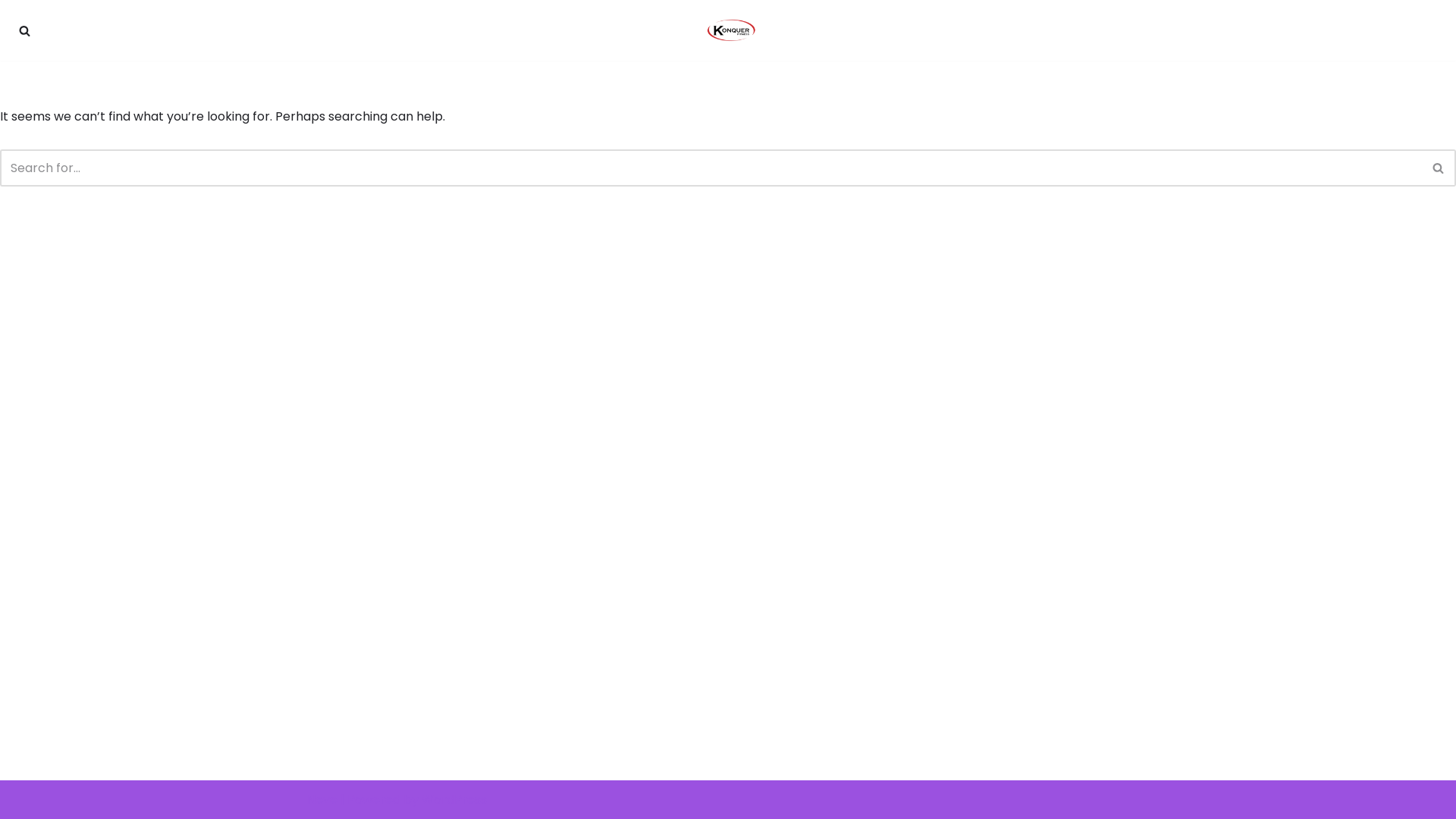 This screenshot has width=1456, height=819. I want to click on 'Skip to content', so click(11, 32).